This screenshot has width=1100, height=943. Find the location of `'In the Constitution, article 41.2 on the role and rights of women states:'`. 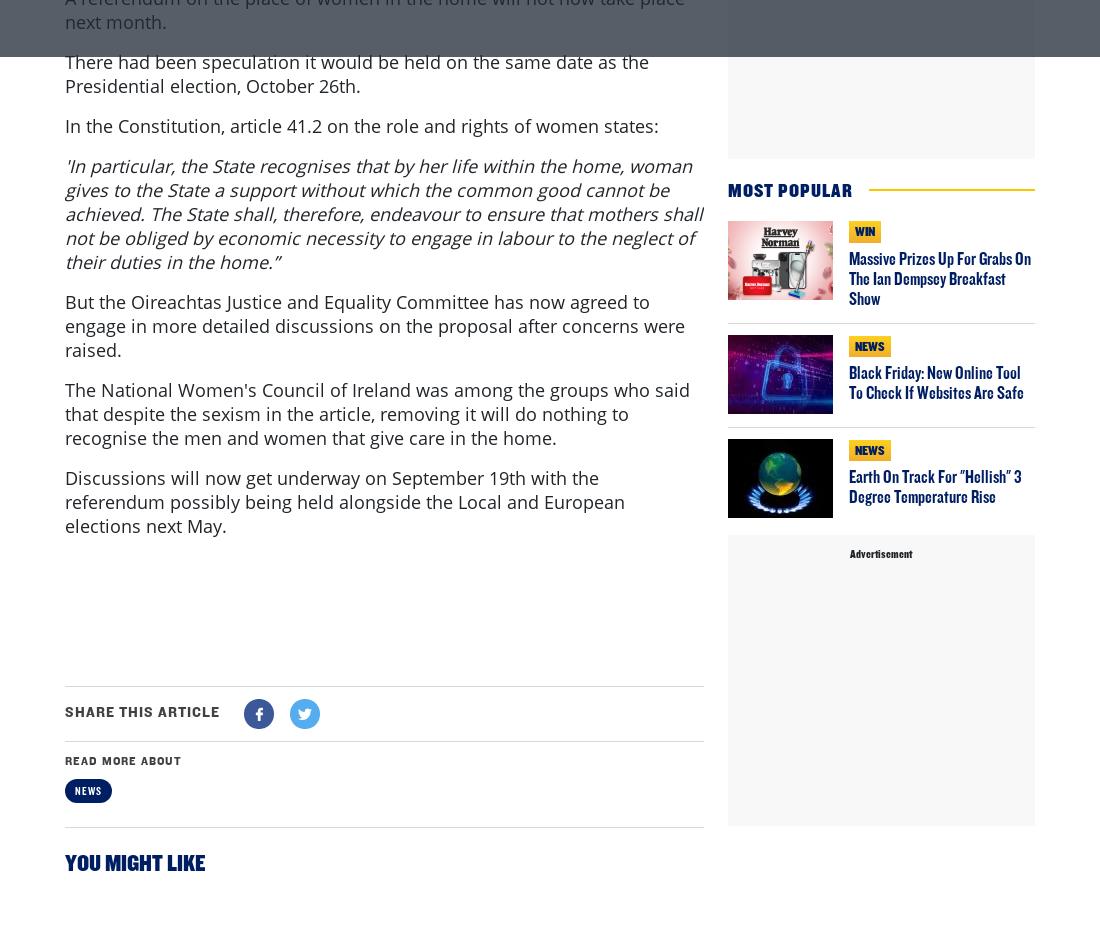

'In the Constitution, article 41.2 on the role and rights of women states:' is located at coordinates (362, 207).